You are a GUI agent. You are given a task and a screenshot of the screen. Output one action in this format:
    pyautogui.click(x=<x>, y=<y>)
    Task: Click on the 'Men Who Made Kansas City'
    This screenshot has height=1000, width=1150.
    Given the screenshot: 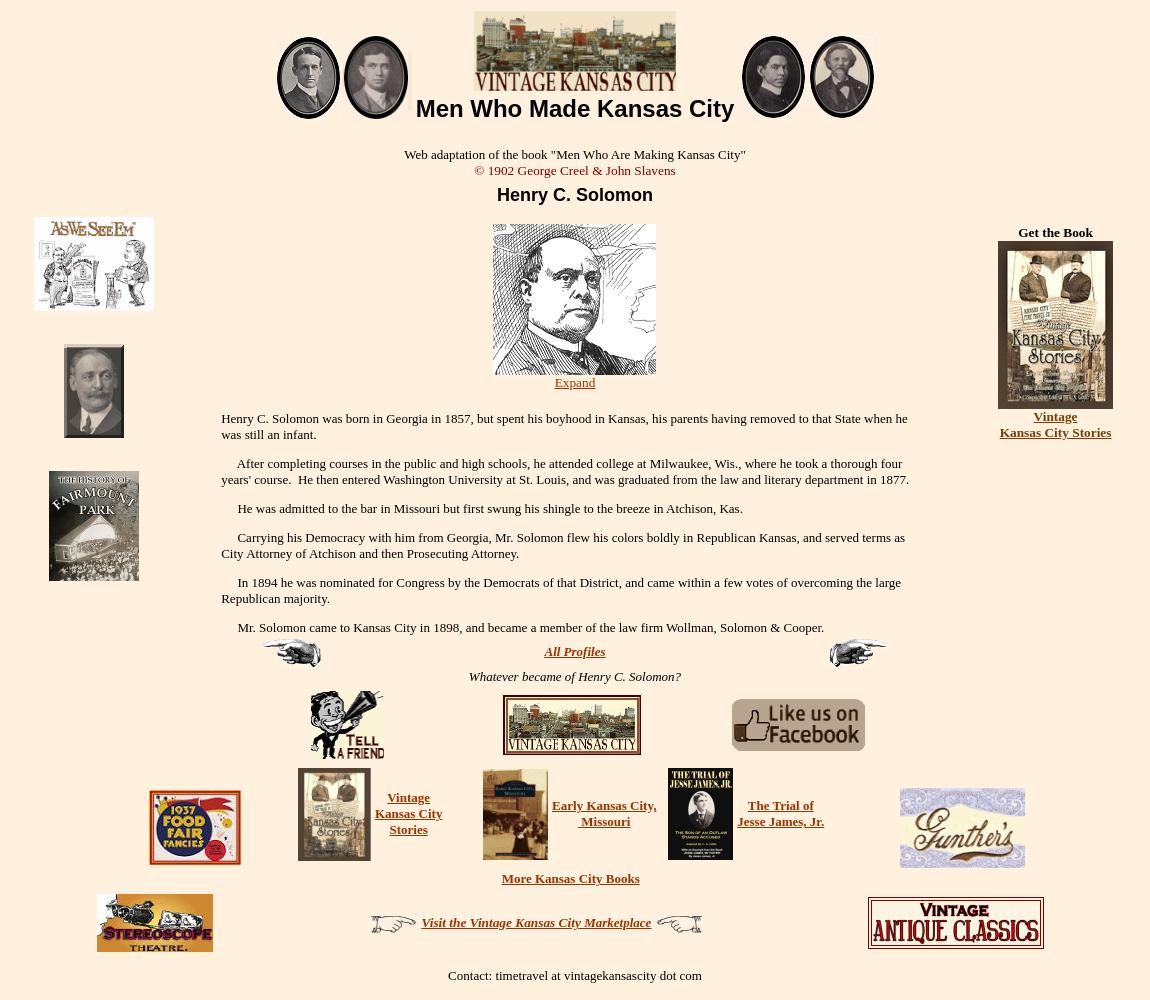 What is the action you would take?
    pyautogui.click(x=574, y=107)
    